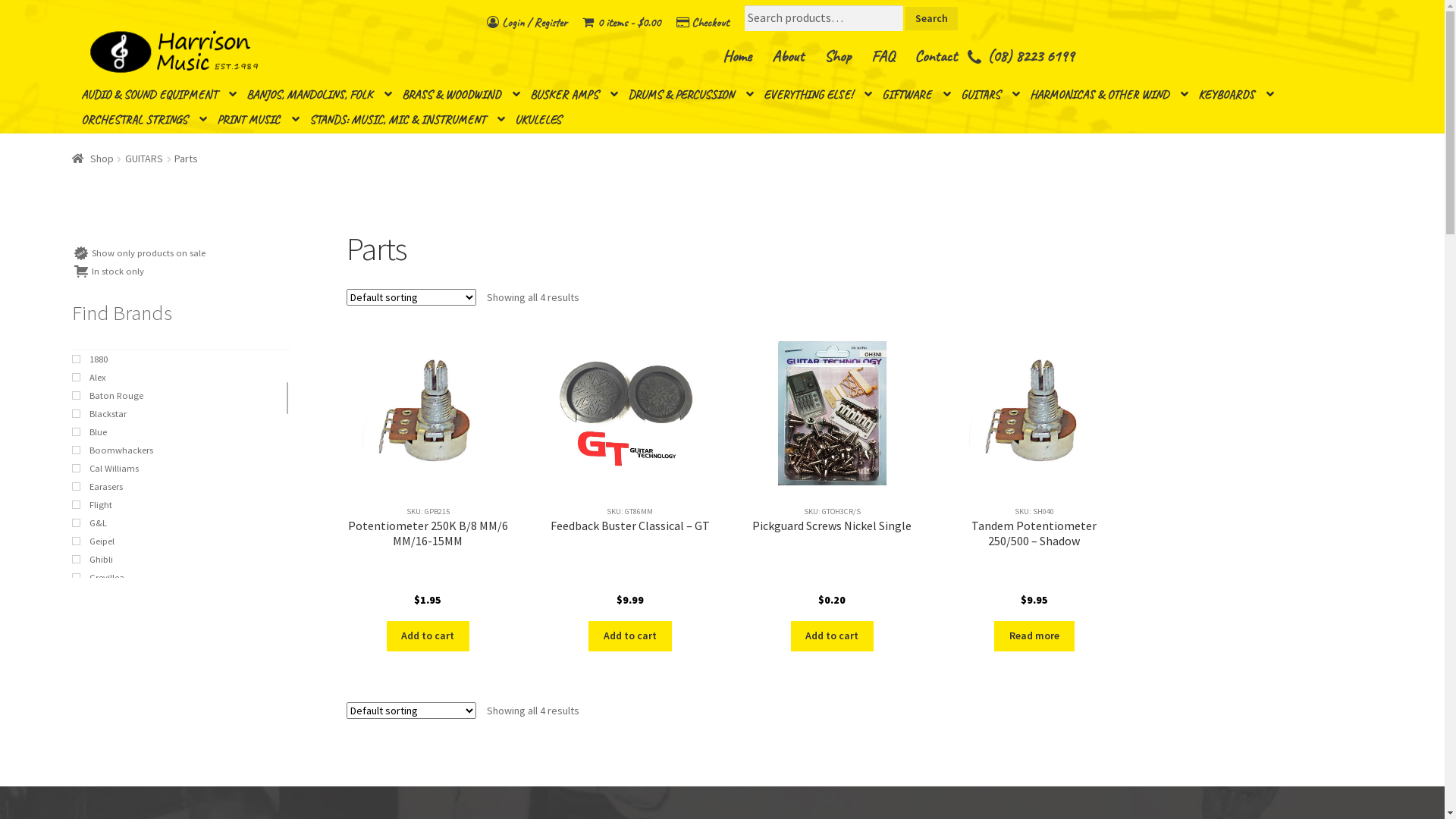 The image size is (1456, 819). I want to click on 'SKU: GTOH3CR/S, so click(831, 472).